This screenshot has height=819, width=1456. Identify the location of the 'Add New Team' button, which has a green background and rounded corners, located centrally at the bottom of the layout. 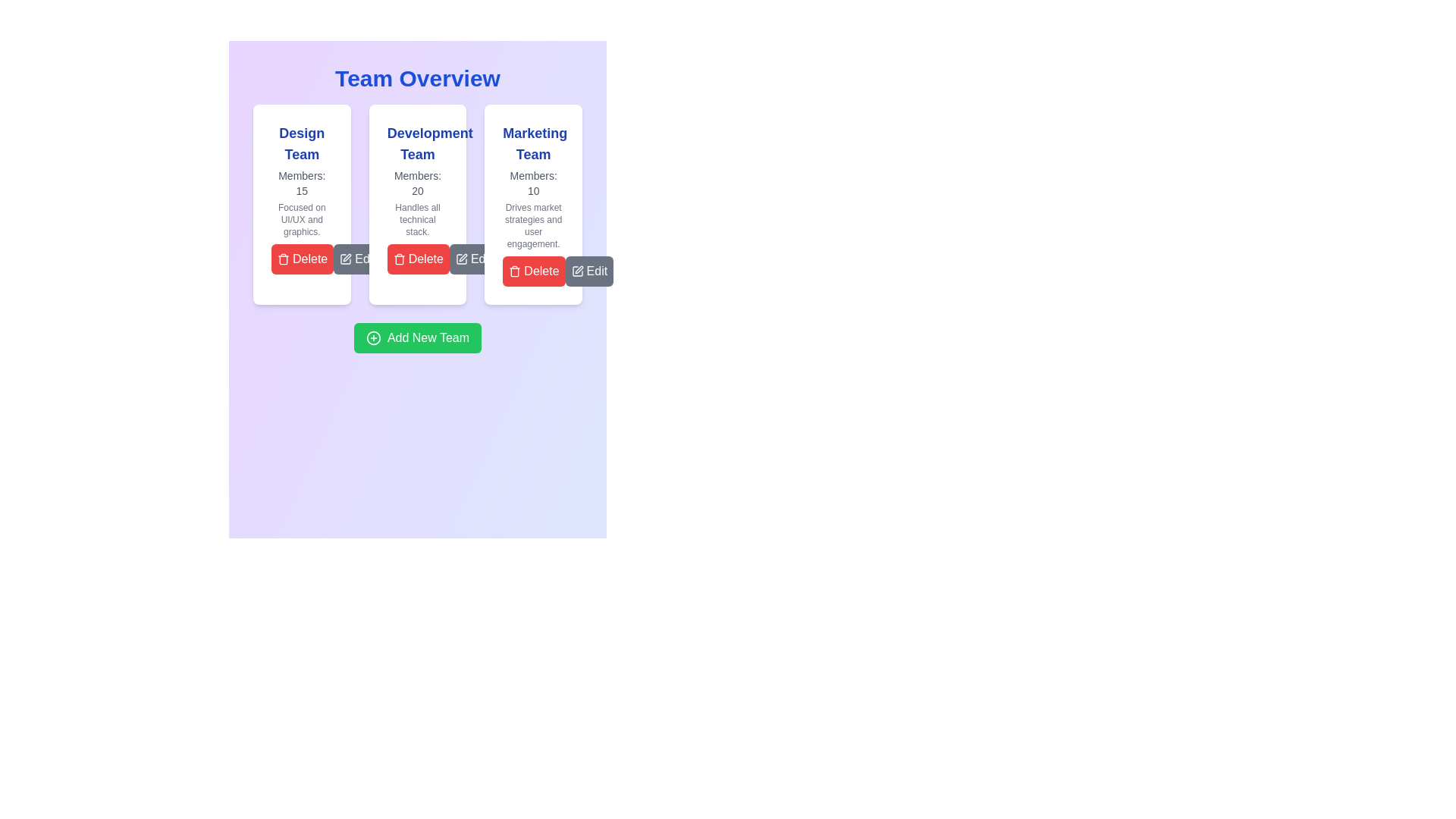
(418, 337).